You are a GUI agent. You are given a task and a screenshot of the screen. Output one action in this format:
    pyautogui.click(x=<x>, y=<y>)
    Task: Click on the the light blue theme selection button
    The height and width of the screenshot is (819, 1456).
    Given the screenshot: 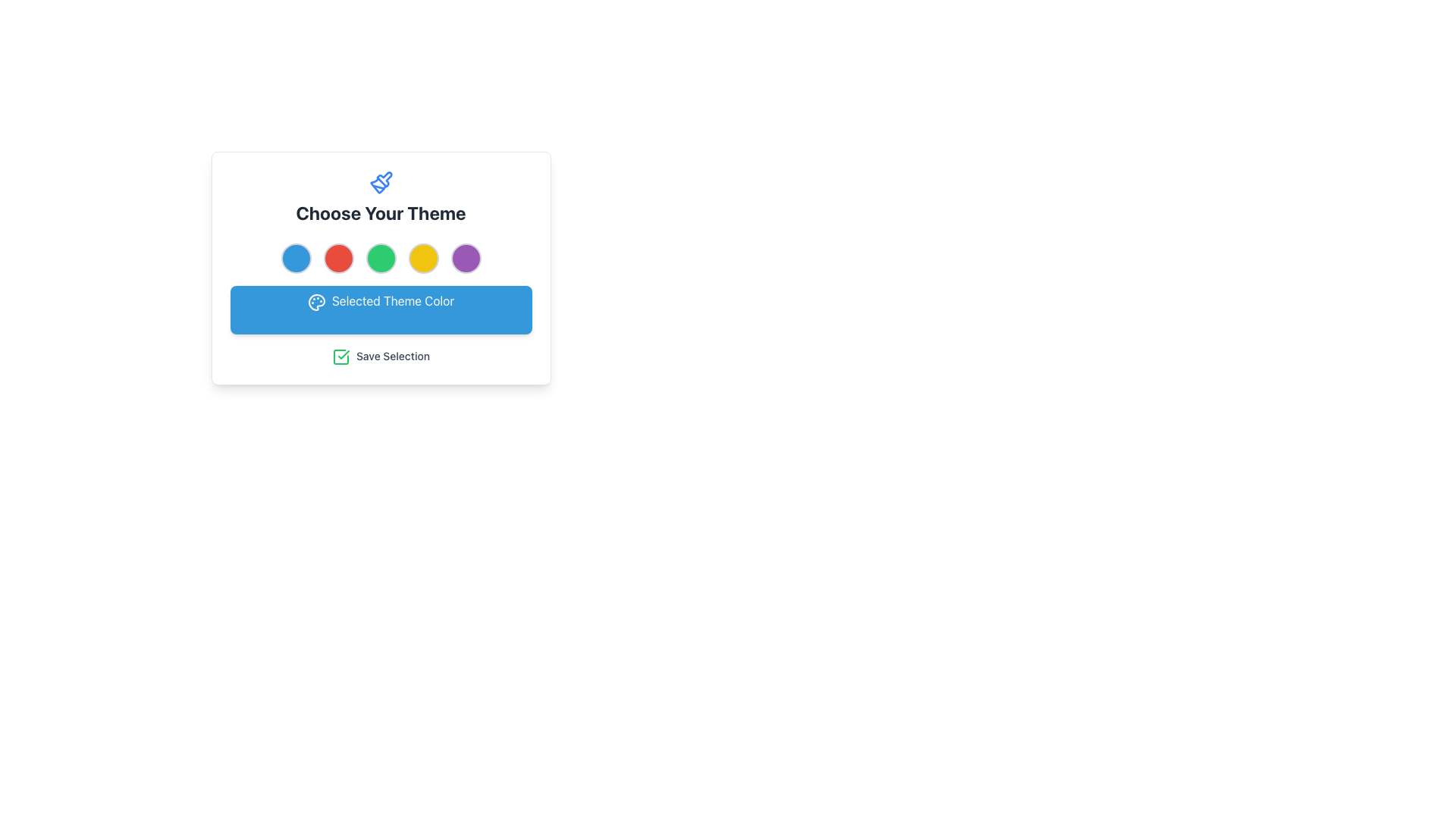 What is the action you would take?
    pyautogui.click(x=296, y=257)
    